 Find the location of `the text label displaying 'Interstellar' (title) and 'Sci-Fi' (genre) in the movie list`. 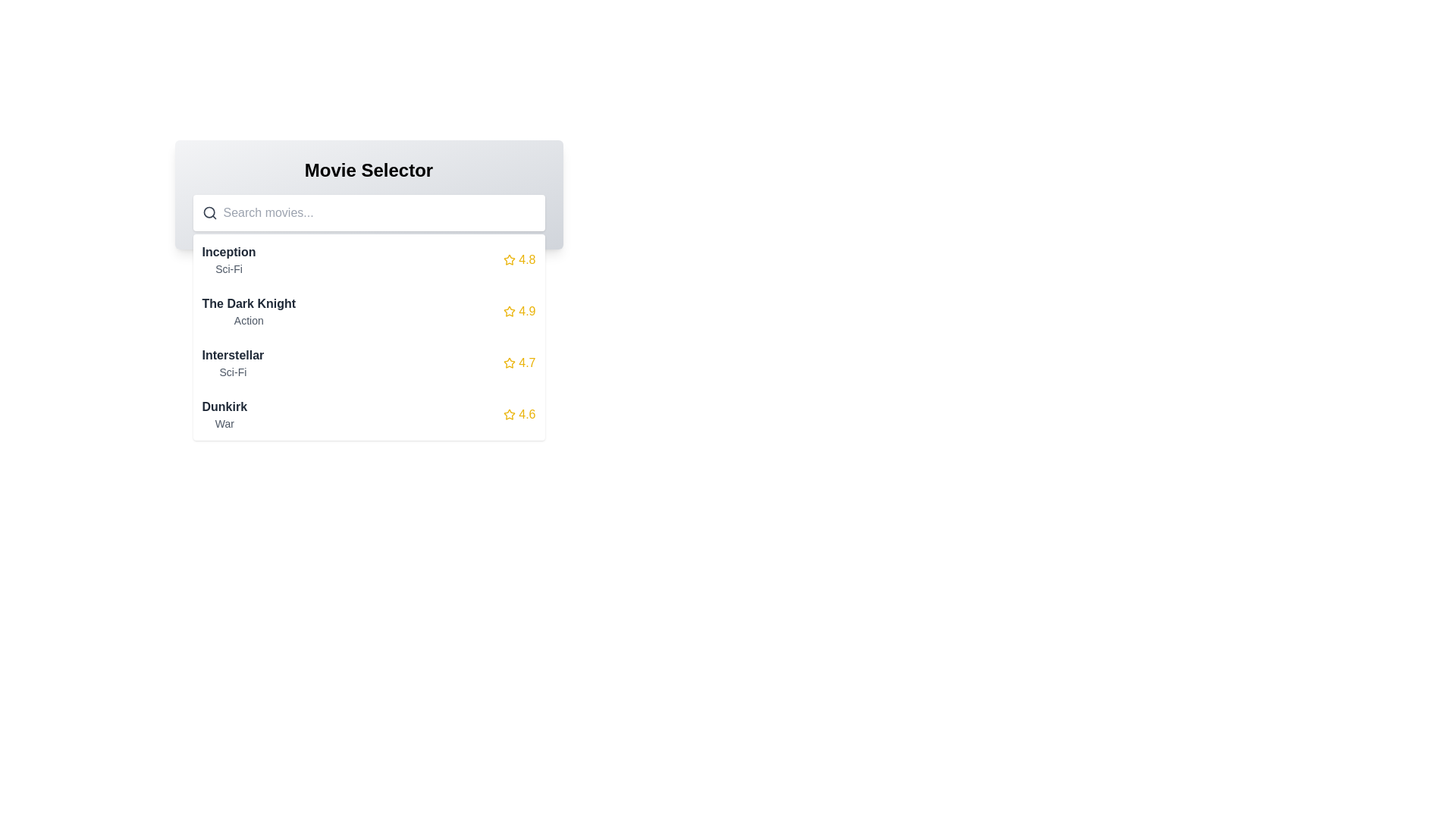

the text label displaying 'Interstellar' (title) and 'Sci-Fi' (genre) in the movie list is located at coordinates (232, 362).